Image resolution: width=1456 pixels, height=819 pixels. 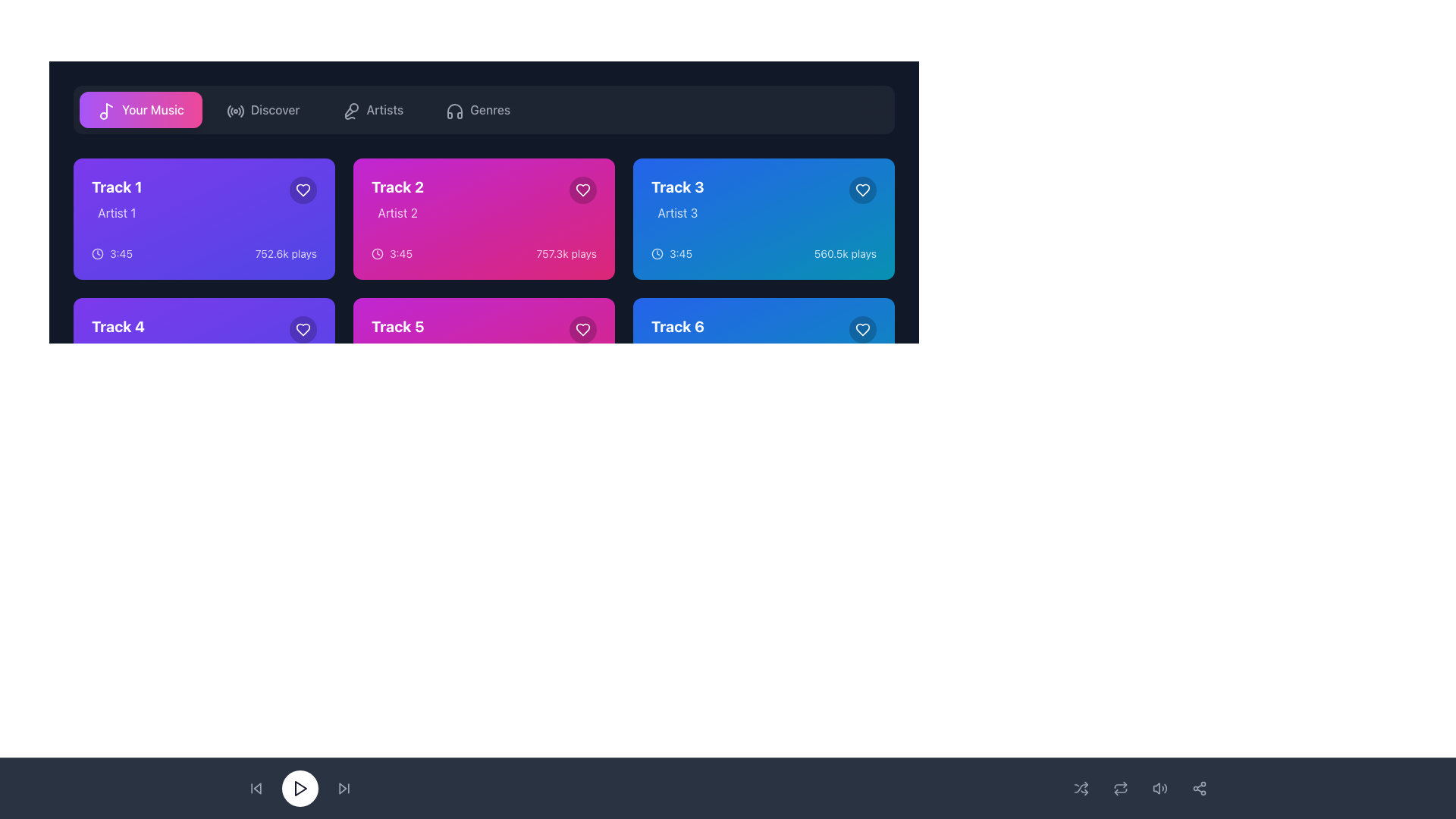 I want to click on the 'Genres' icon located in the navigation bar, positioned between the 'Artists' button and the 'Genres' label, so click(x=454, y=110).